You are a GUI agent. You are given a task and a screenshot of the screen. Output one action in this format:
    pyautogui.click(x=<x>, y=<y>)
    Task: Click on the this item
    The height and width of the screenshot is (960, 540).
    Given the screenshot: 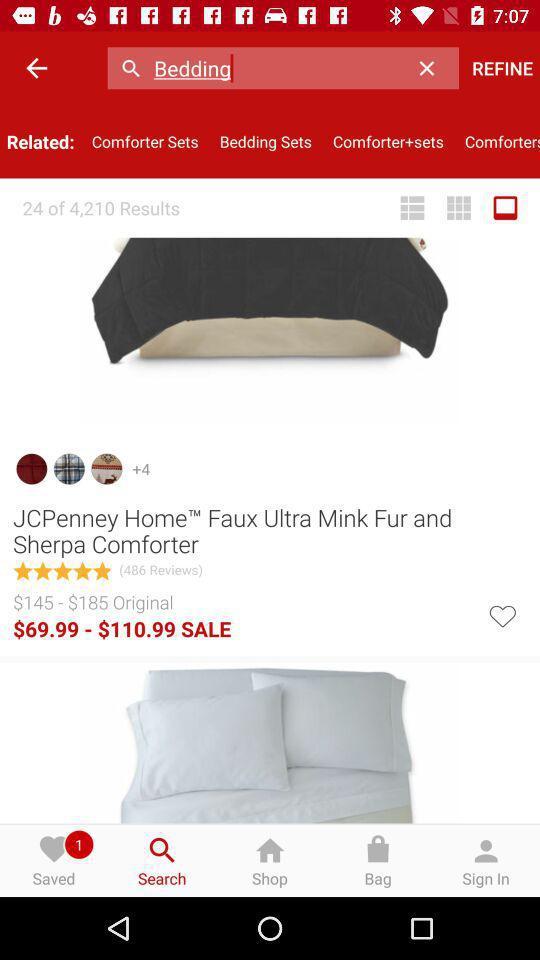 What is the action you would take?
    pyautogui.click(x=501, y=613)
    